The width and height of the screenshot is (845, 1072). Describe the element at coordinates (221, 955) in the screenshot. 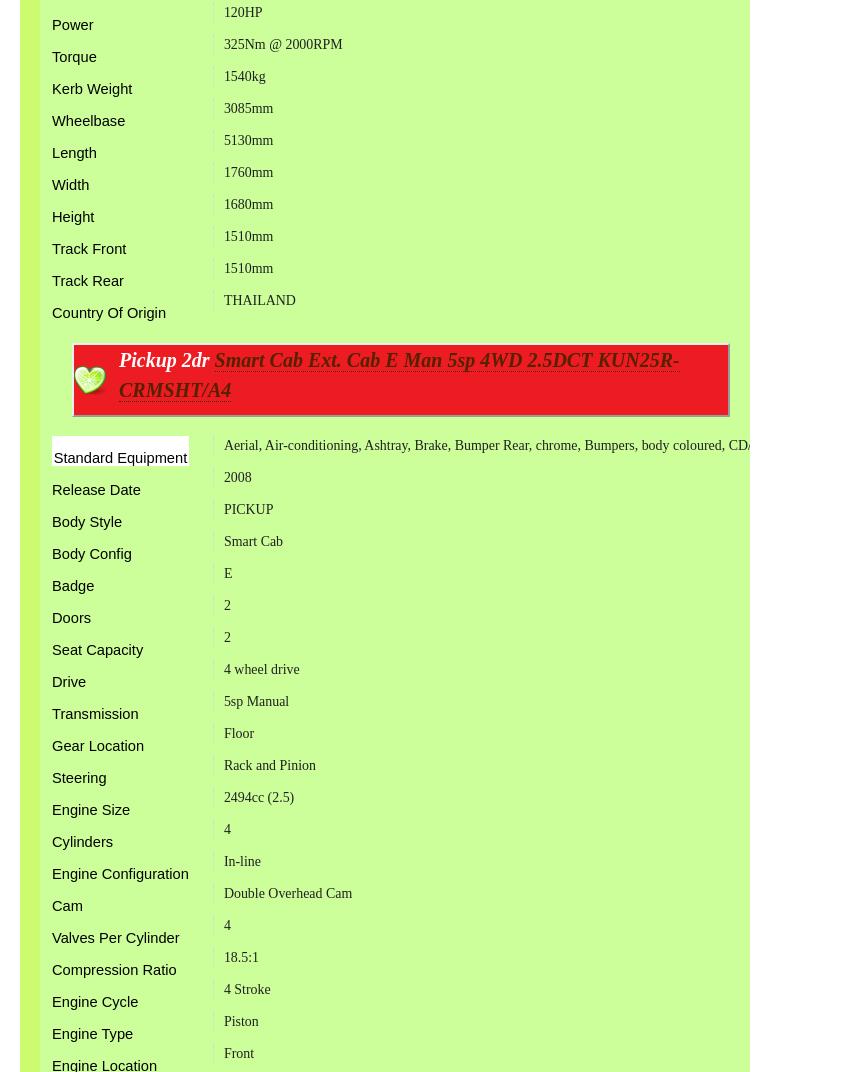

I see `'18.5:1'` at that location.